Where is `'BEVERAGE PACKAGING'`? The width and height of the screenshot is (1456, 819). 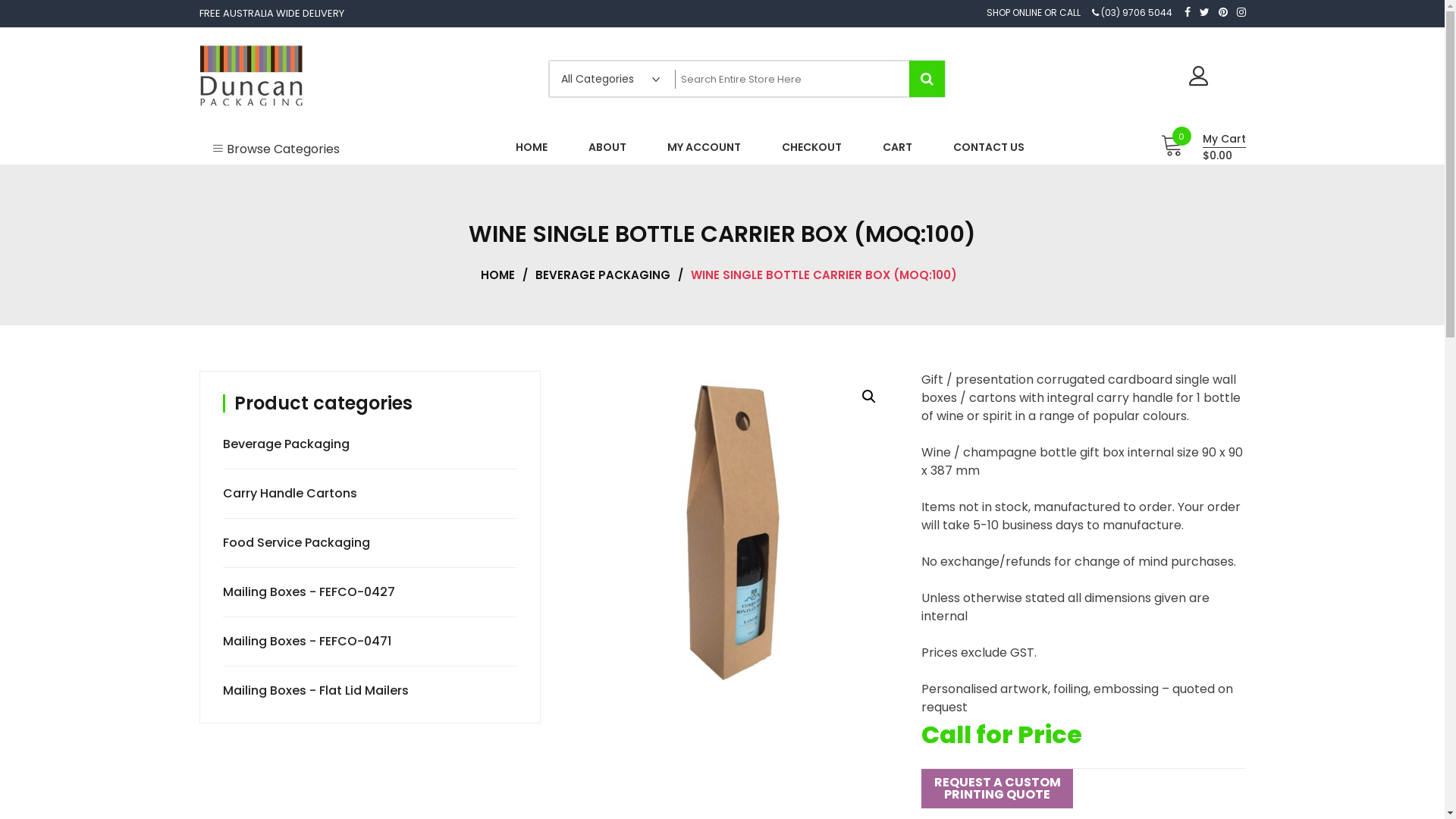
'BEVERAGE PACKAGING' is located at coordinates (607, 275).